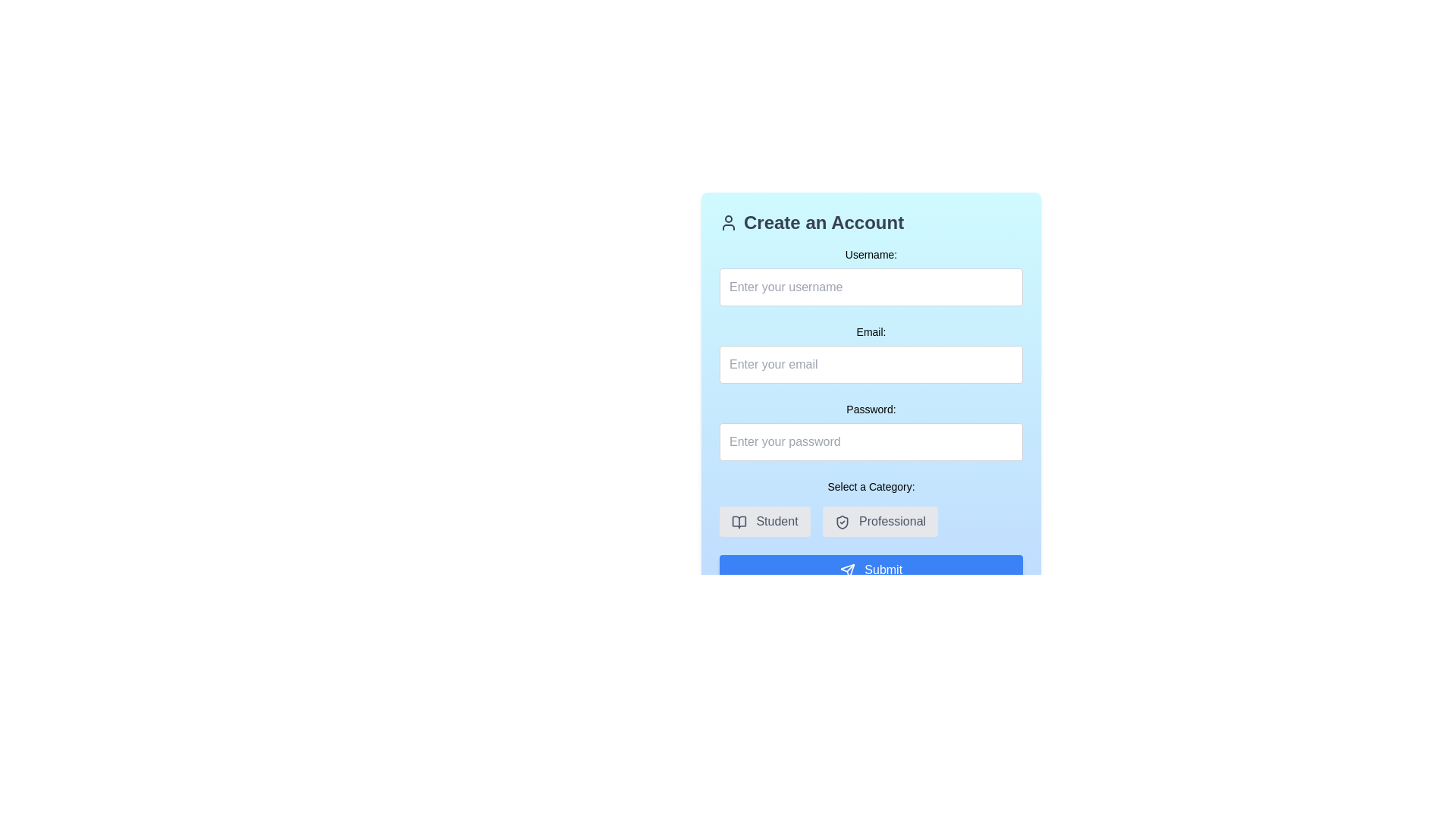 The width and height of the screenshot is (1456, 819). What do you see at coordinates (841, 521) in the screenshot?
I see `the SVG icon associated with the 'Professional' option, which is positioned to the left of the button label and centrally aligned vertically with the text` at bounding box center [841, 521].